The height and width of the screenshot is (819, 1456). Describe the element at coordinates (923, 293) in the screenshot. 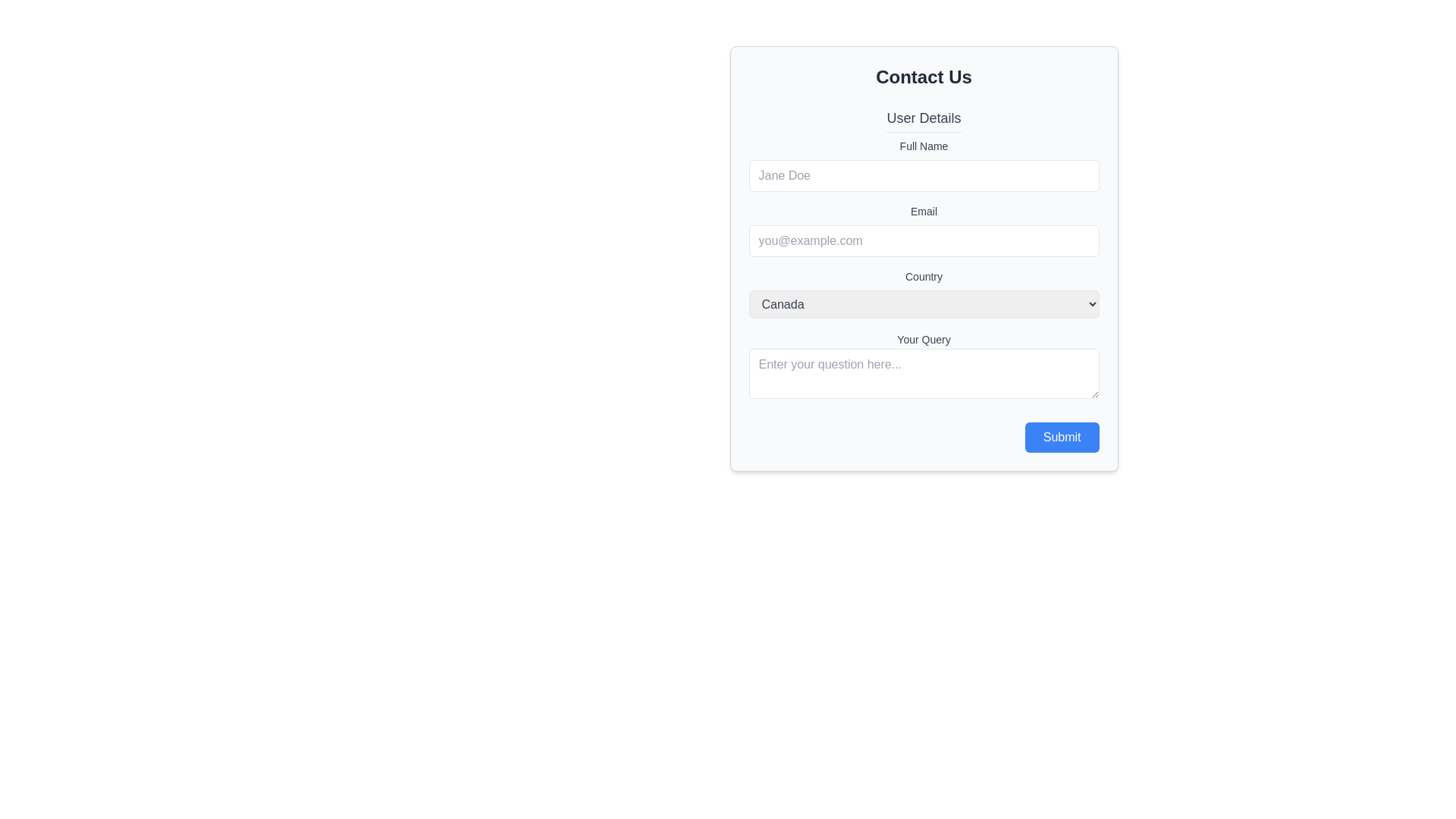

I see `the dropdown menu in the 'User Details' section` at that location.